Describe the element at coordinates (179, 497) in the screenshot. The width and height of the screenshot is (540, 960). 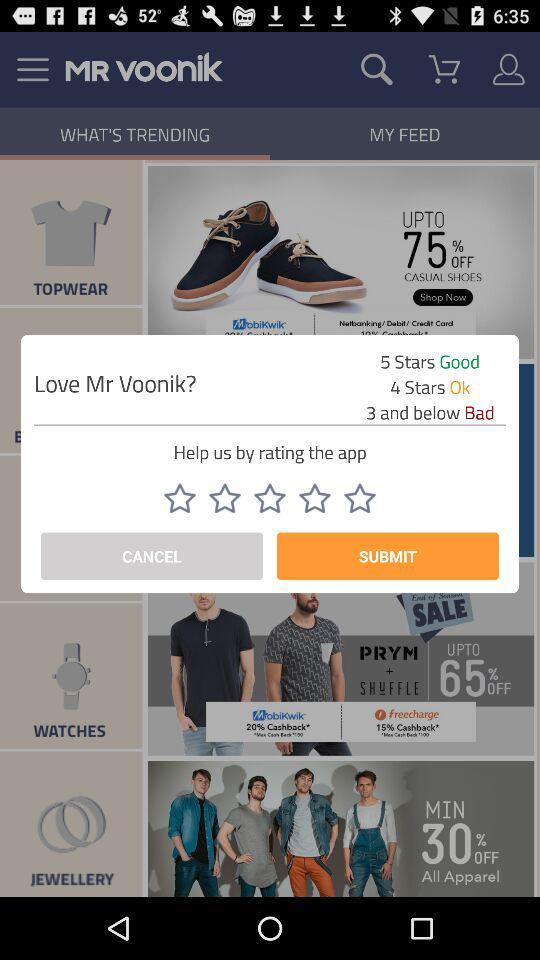
I see `button above the cancel button` at that location.